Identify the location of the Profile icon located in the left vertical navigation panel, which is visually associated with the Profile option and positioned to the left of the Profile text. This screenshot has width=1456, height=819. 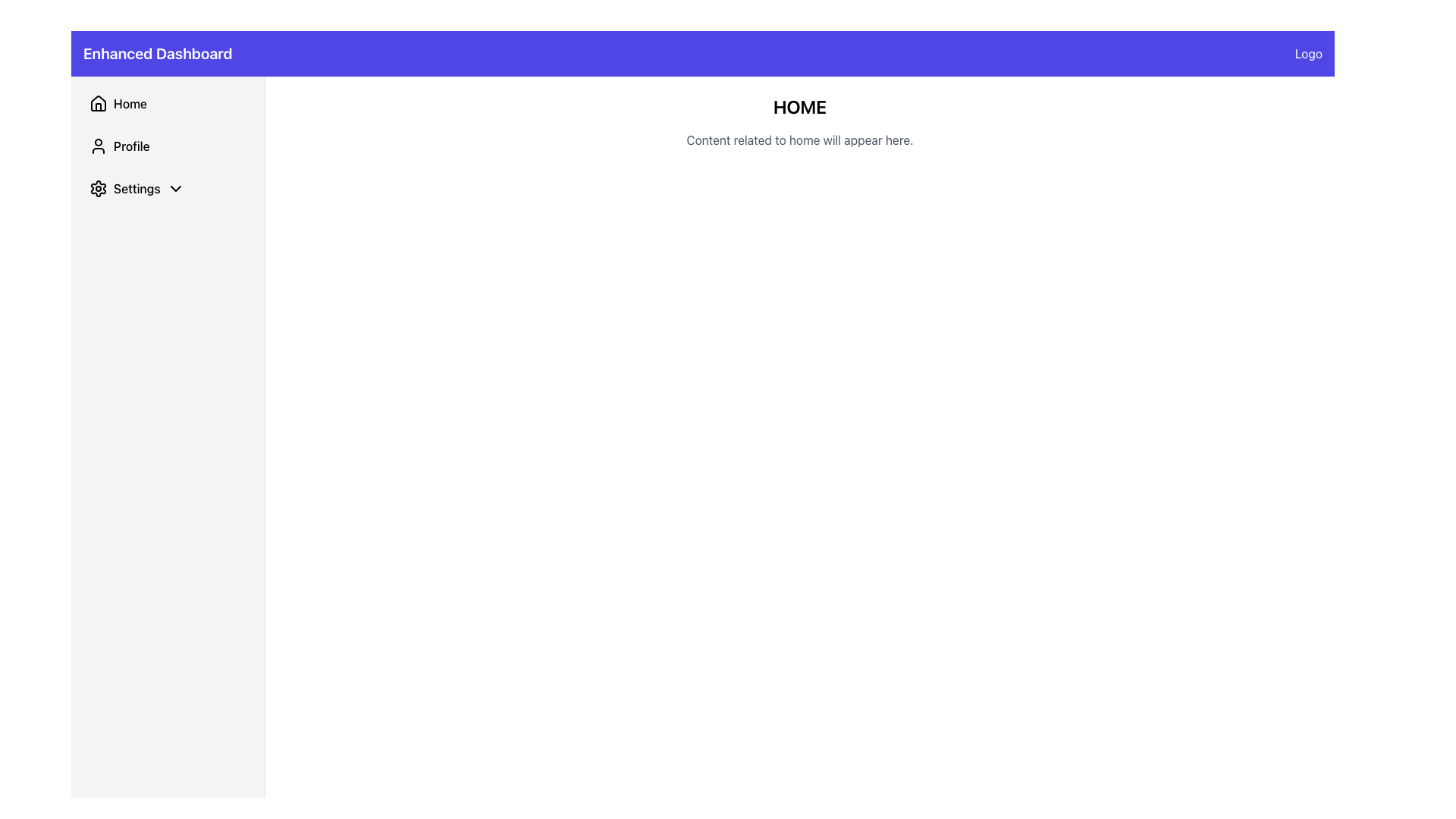
(97, 146).